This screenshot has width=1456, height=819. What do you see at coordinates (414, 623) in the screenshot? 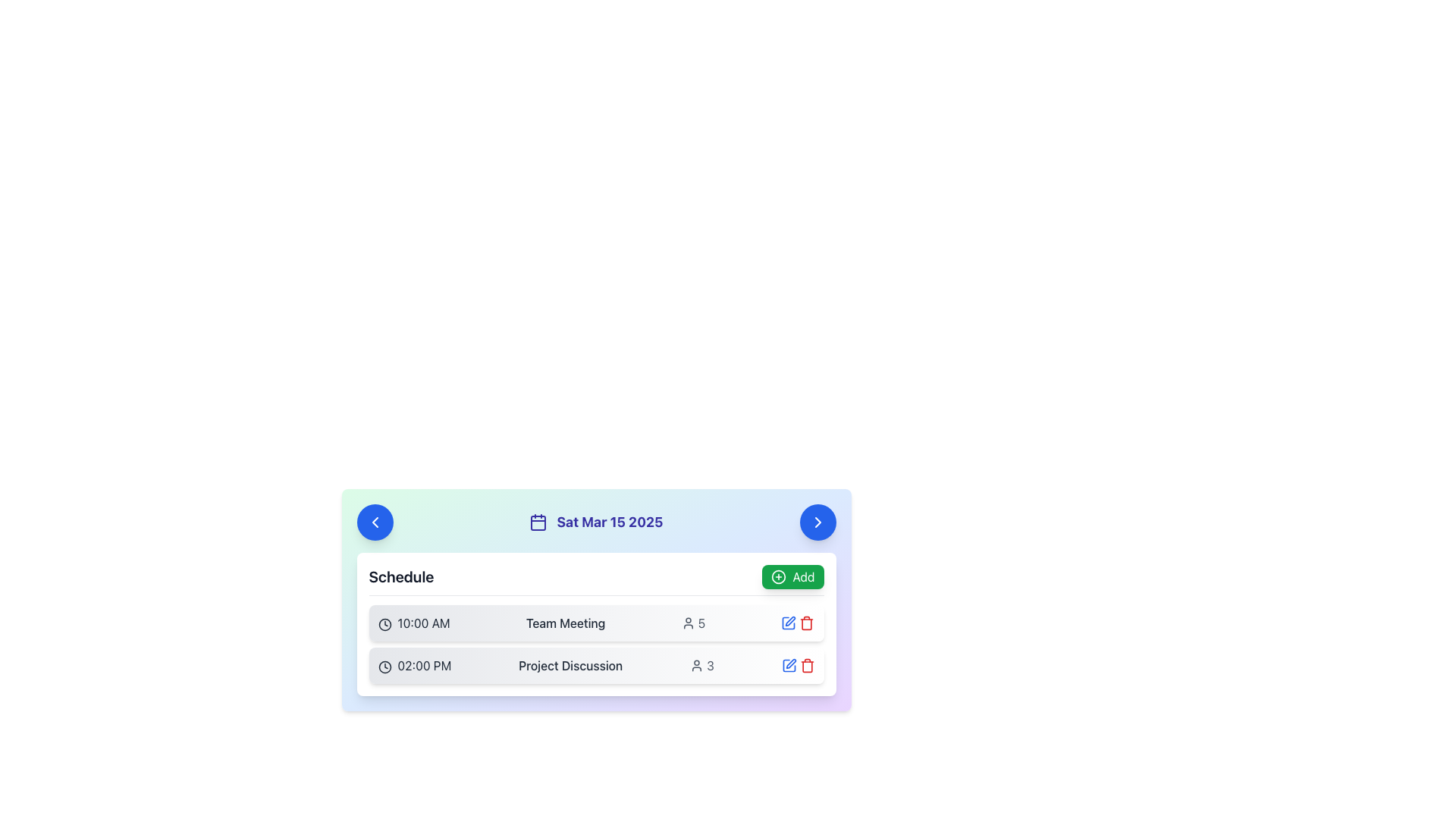
I see `the timestamp text indicating the start time of a scheduled event located at the leftmost part of the event row` at bounding box center [414, 623].